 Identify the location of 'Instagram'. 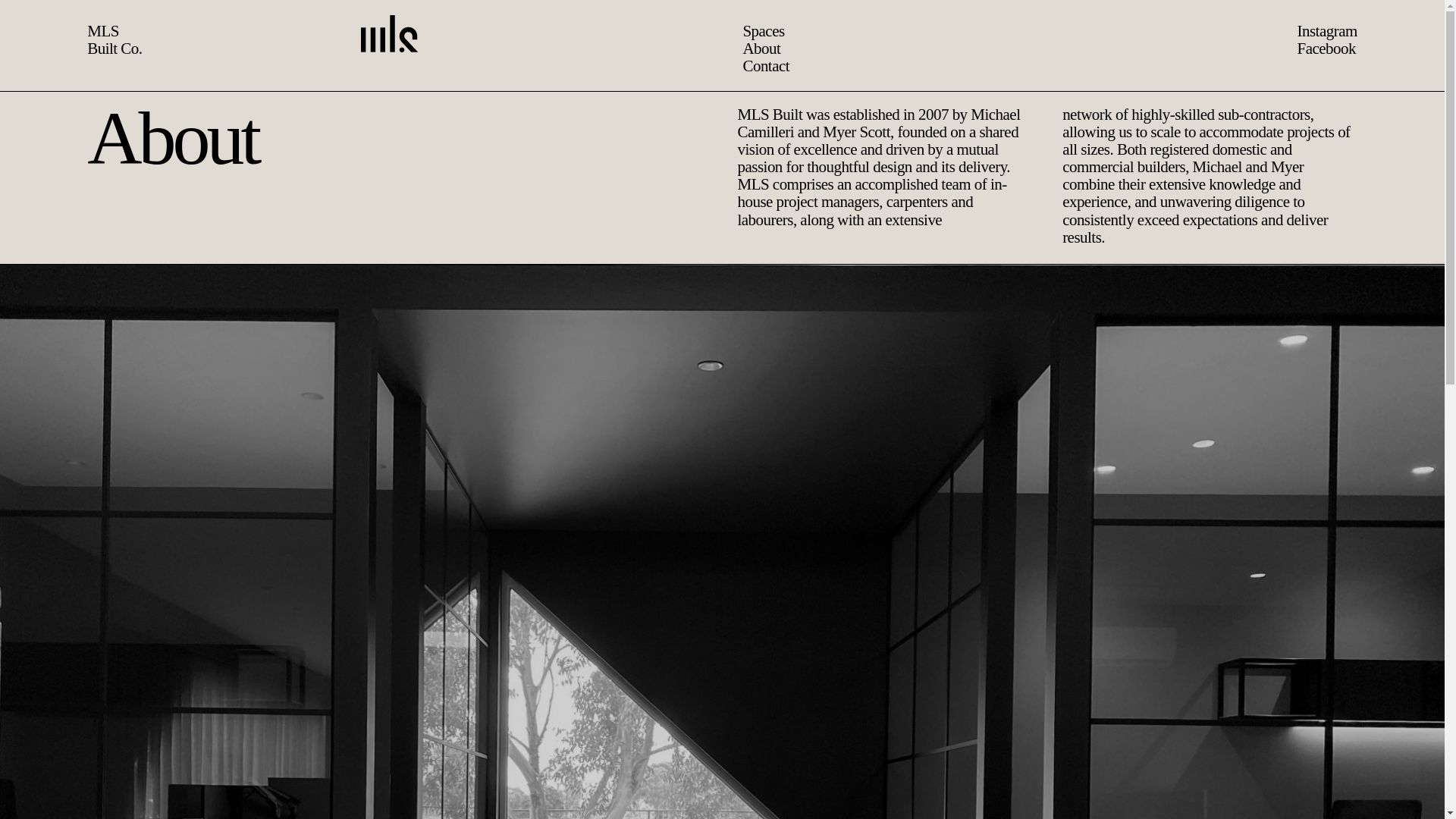
(1326, 31).